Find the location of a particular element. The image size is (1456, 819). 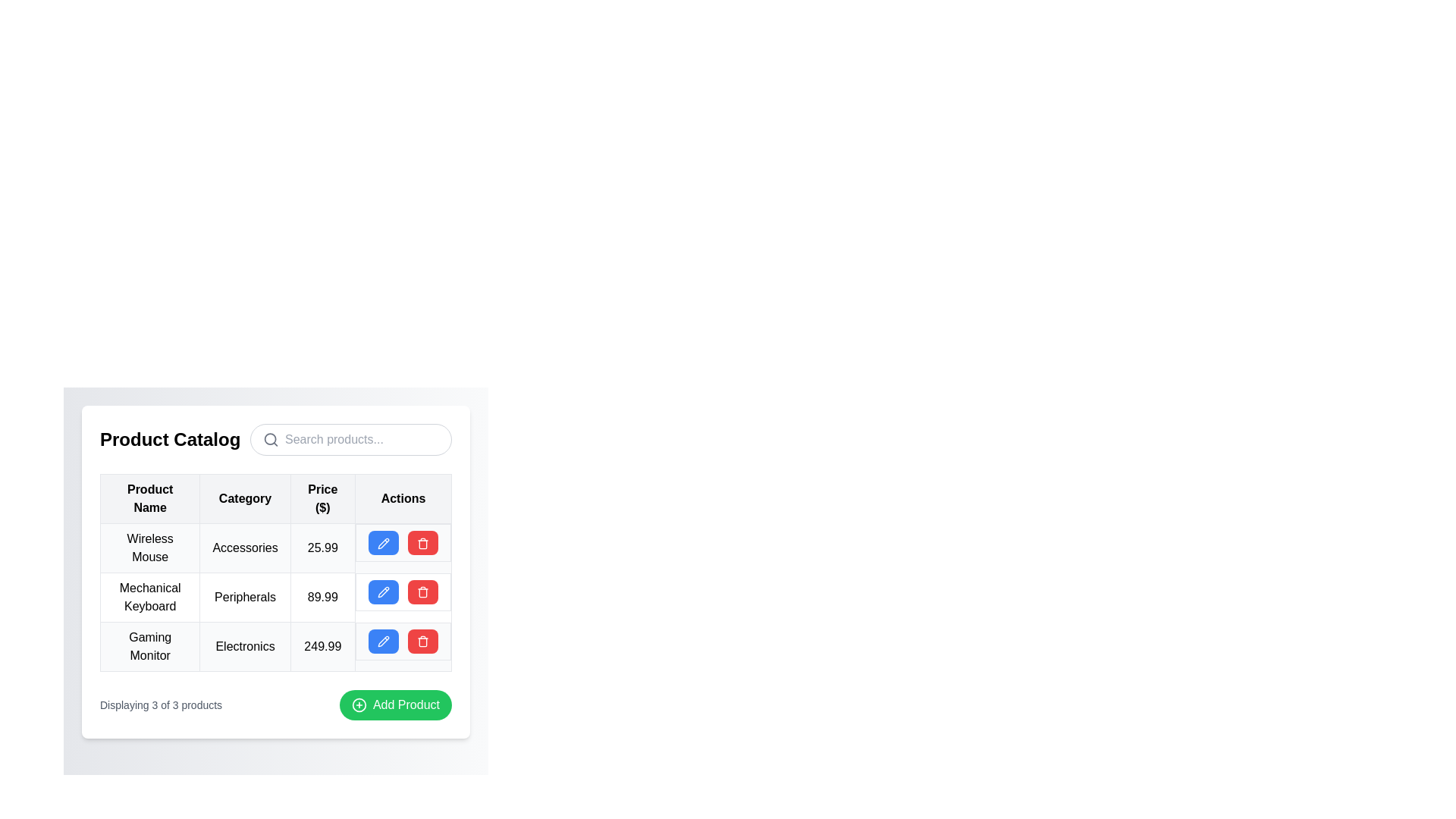

the green 'Add Product' button with a white plus sign icon to initiate adding a product is located at coordinates (396, 704).